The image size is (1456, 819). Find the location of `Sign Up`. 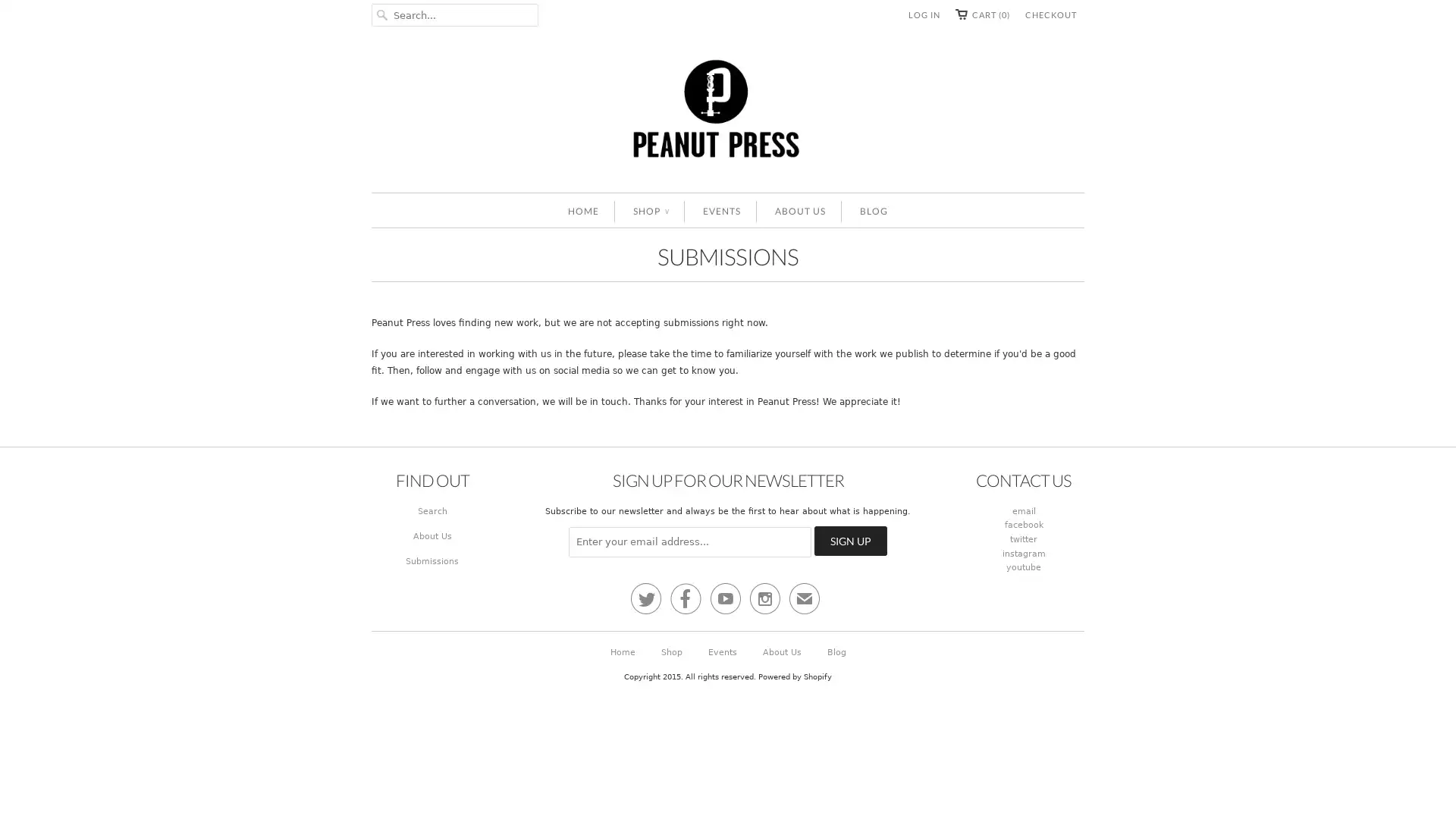

Sign Up is located at coordinates (852, 540).